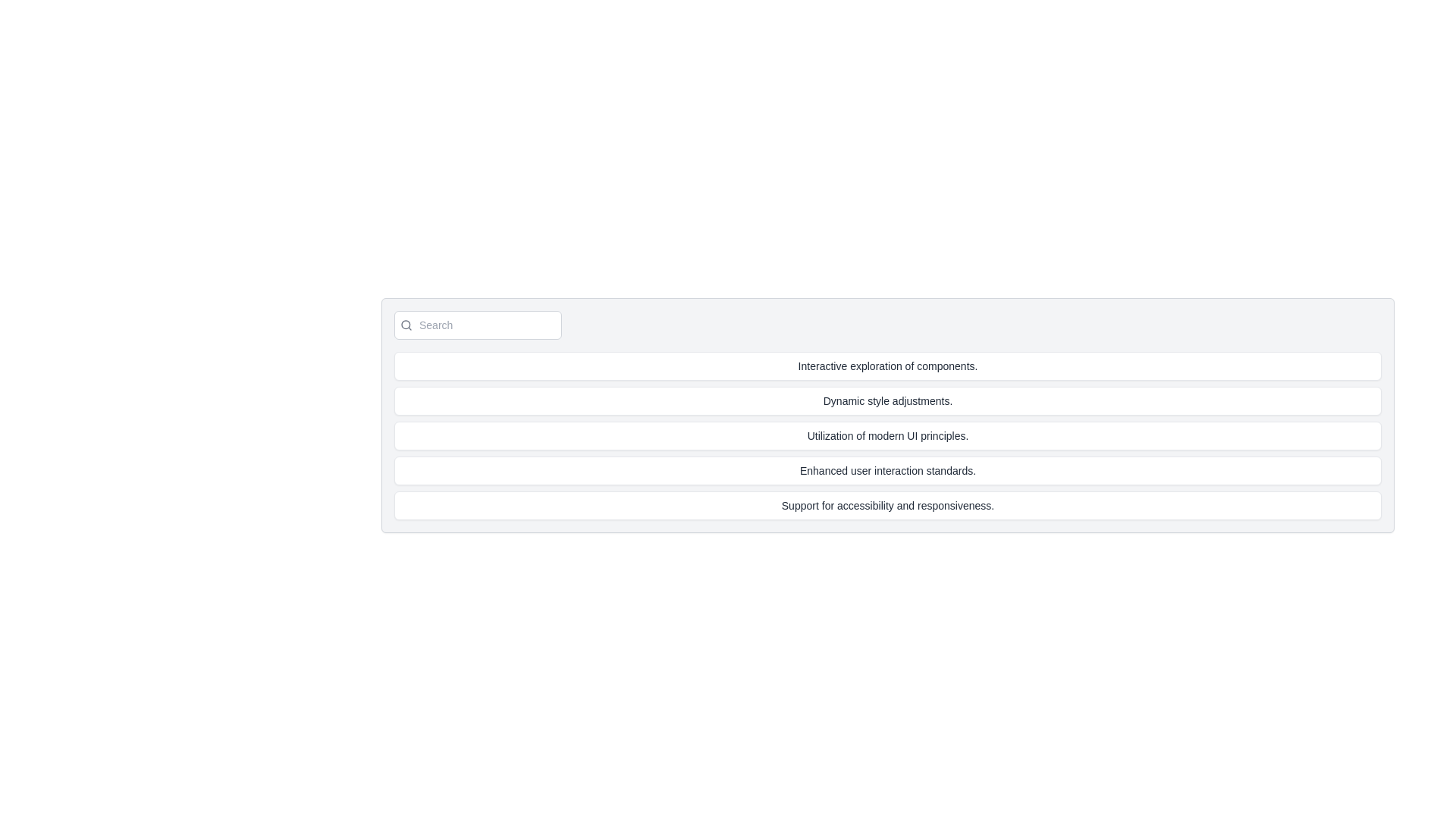 Image resolution: width=1456 pixels, height=819 pixels. I want to click on the last character of the sentence 'Support for accessibility and responsiveness.' in the bottommost row of the list, so click(928, 506).